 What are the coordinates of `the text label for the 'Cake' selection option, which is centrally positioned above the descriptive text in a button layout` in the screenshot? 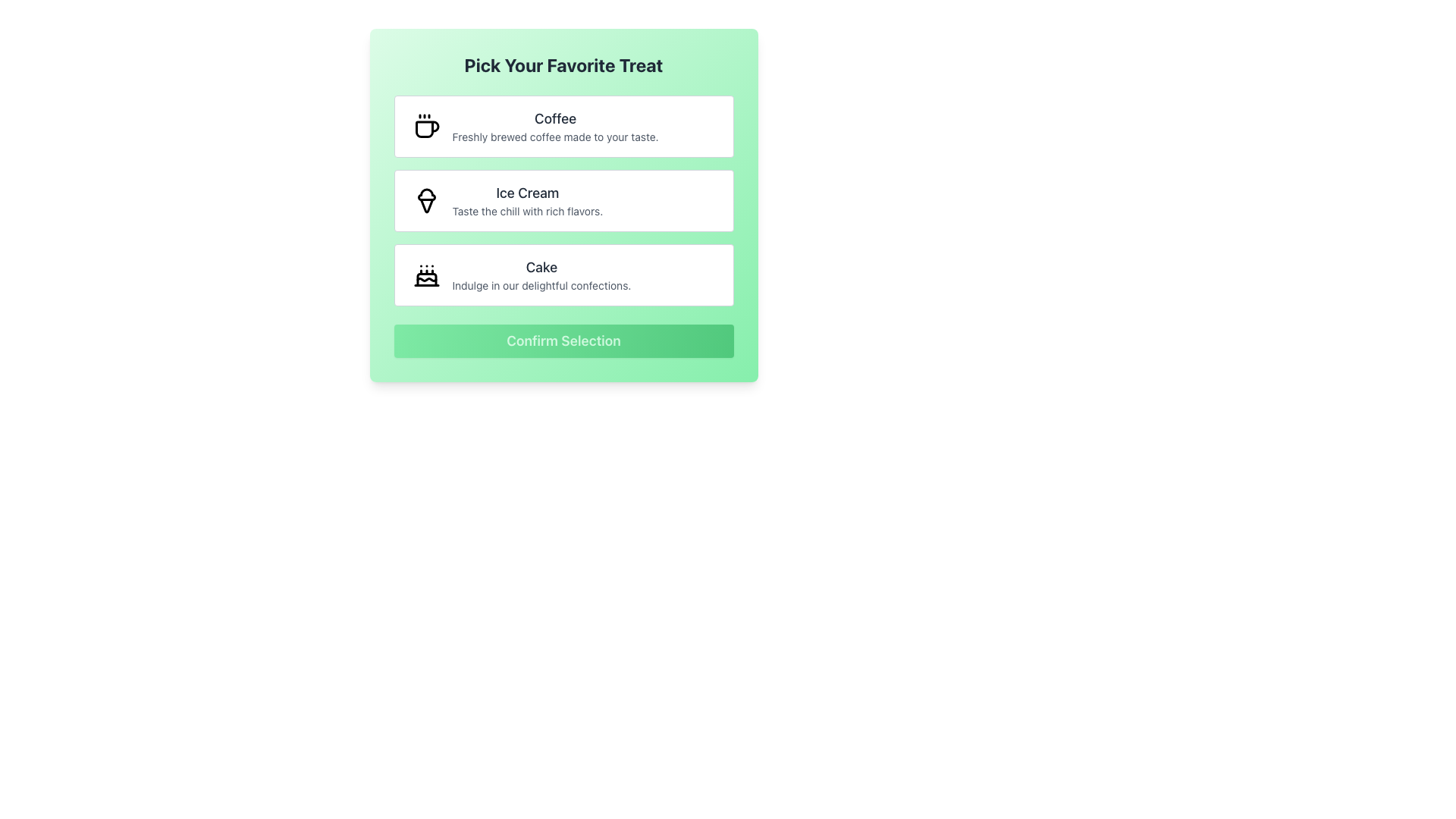 It's located at (541, 267).